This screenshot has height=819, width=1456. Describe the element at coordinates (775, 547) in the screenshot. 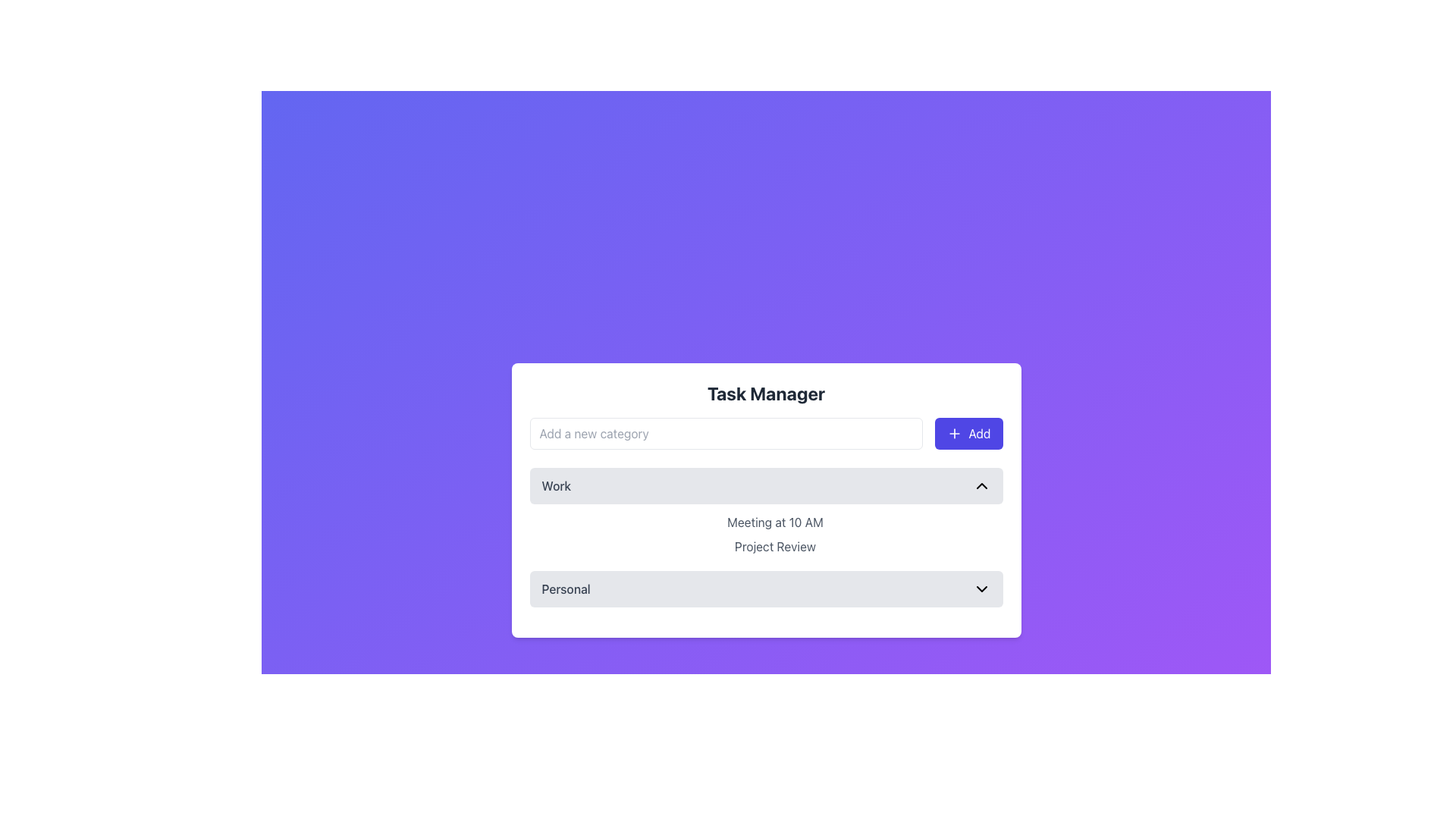

I see `the 'Project Review' text label which is centrally aligned beneath the 'Meeting at 10 AM' text, within the white subsection labeled 'Work'` at that location.